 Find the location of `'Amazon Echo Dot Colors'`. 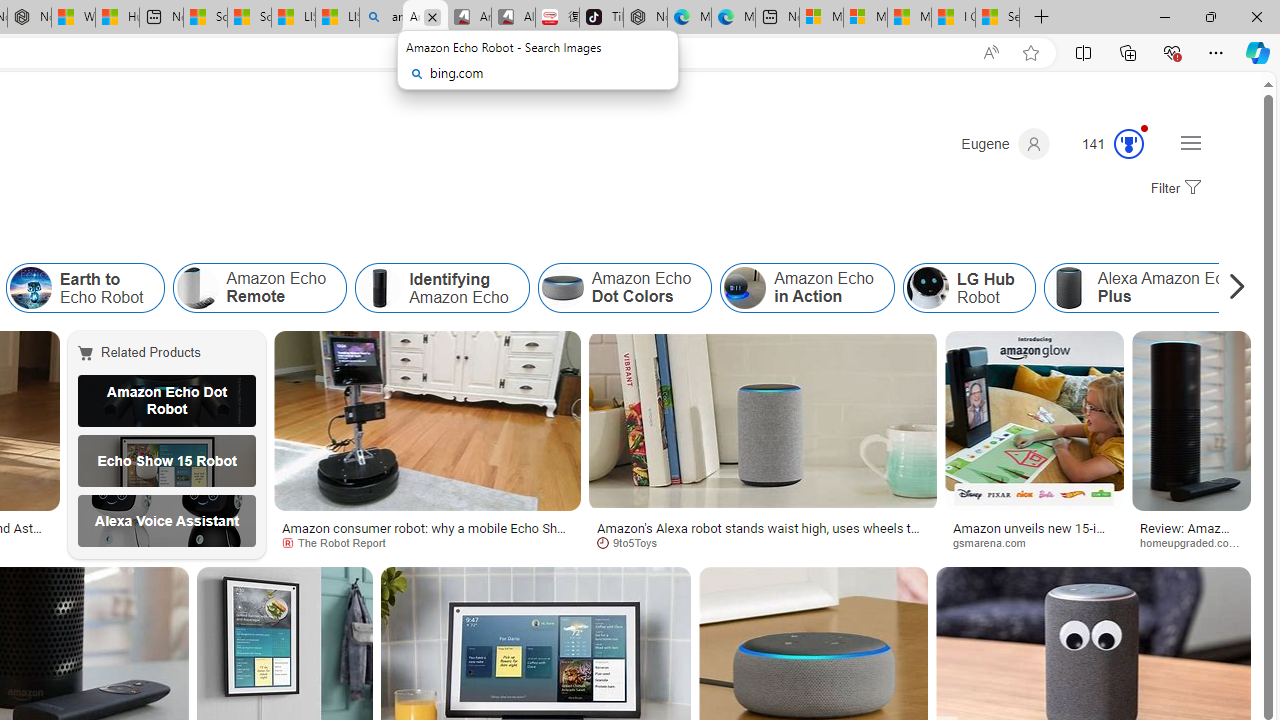

'Amazon Echo Dot Colors' is located at coordinates (623, 288).